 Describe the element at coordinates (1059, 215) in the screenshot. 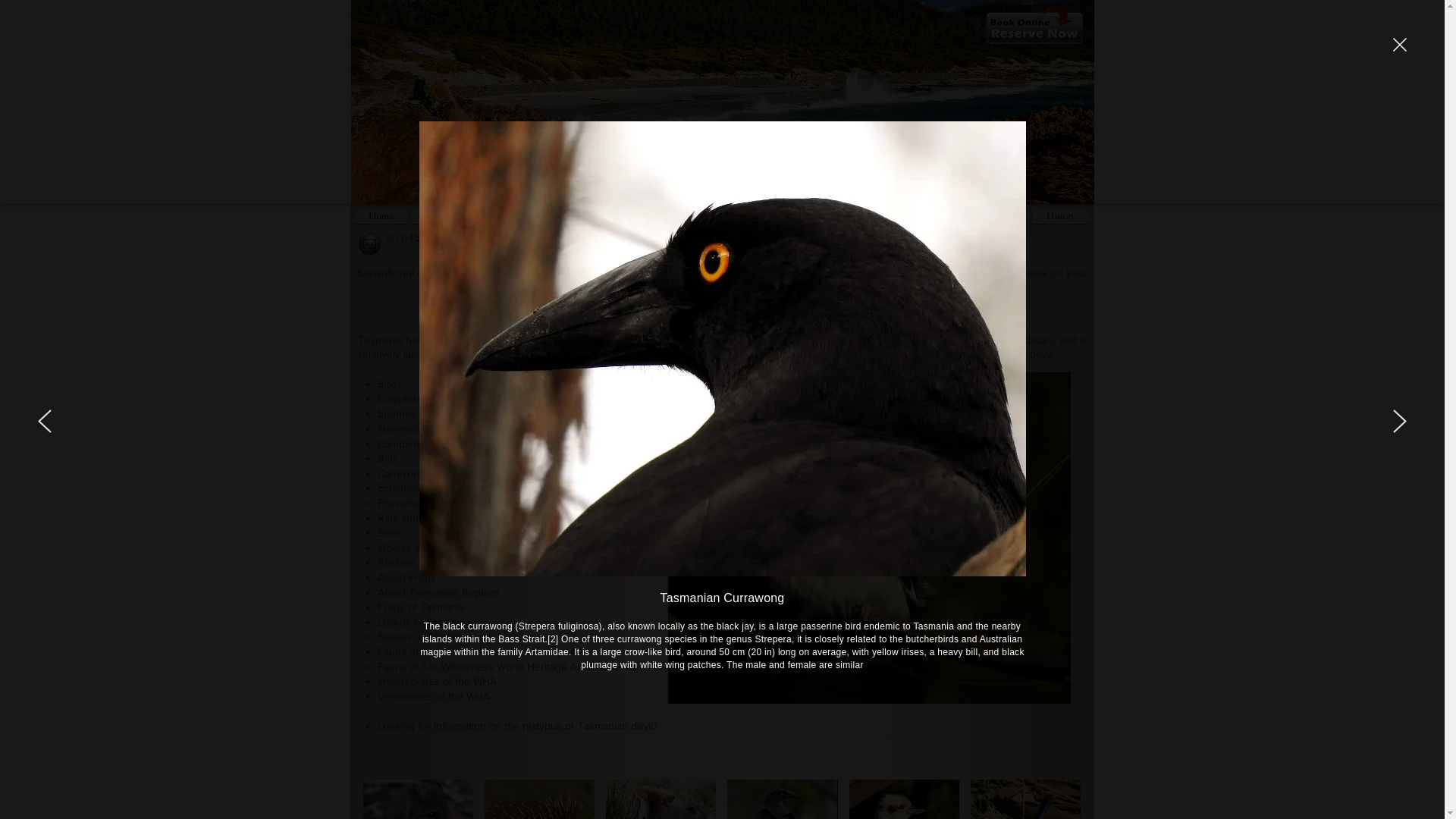

I see `'History'` at that location.